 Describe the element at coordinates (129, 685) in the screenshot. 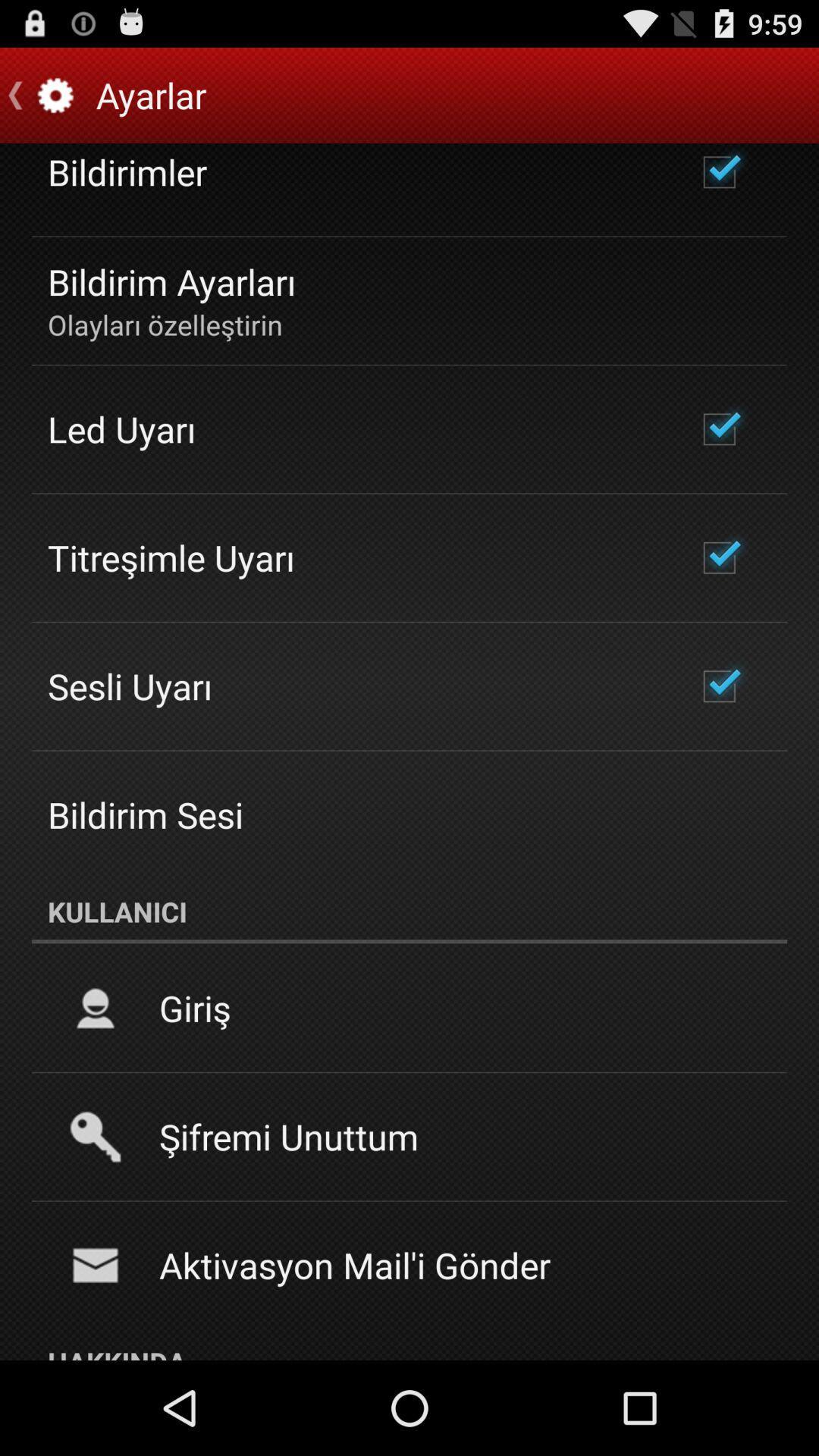

I see `the icon above bildirim sesi` at that location.